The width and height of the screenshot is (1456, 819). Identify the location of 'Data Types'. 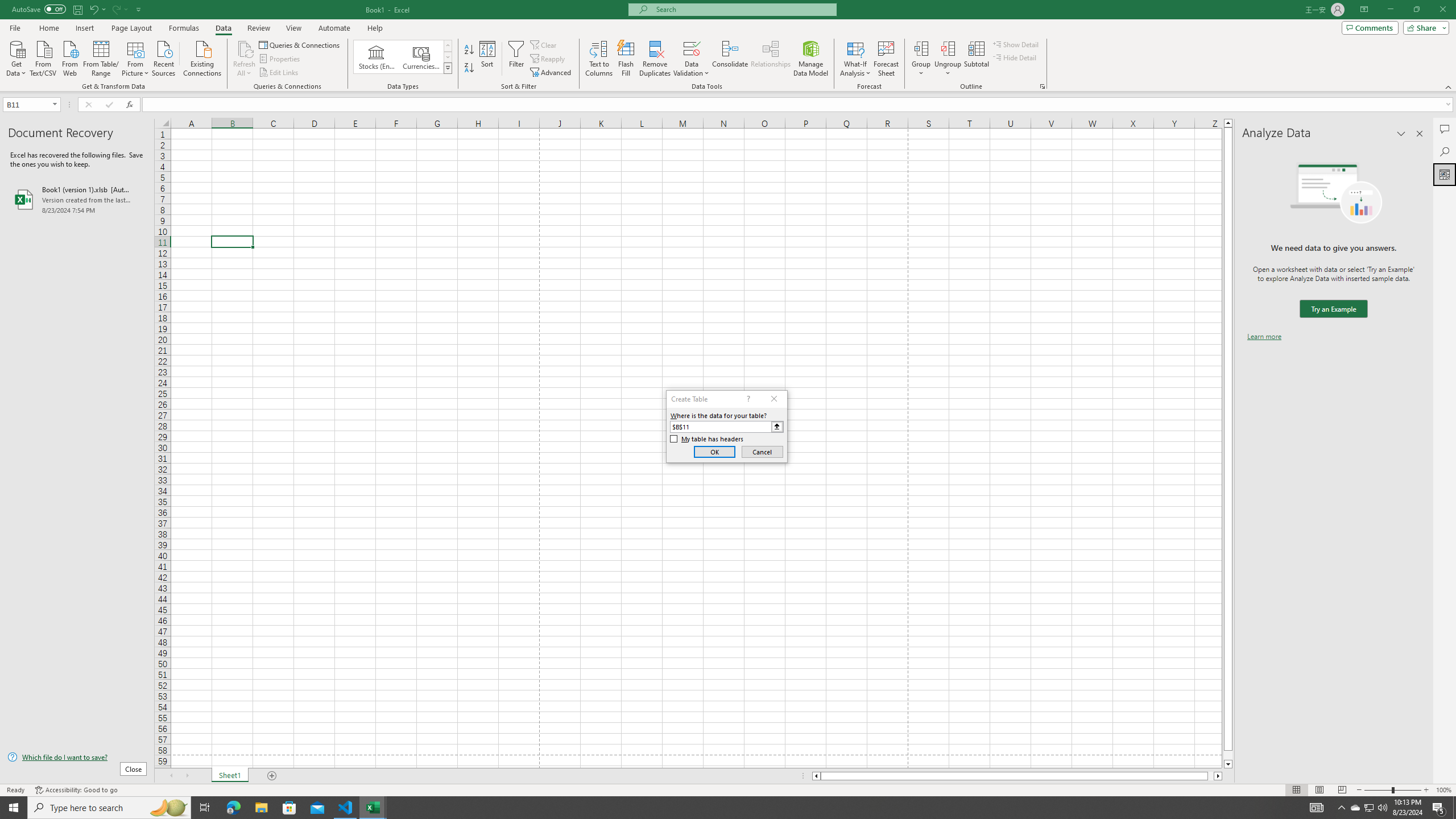
(448, 67).